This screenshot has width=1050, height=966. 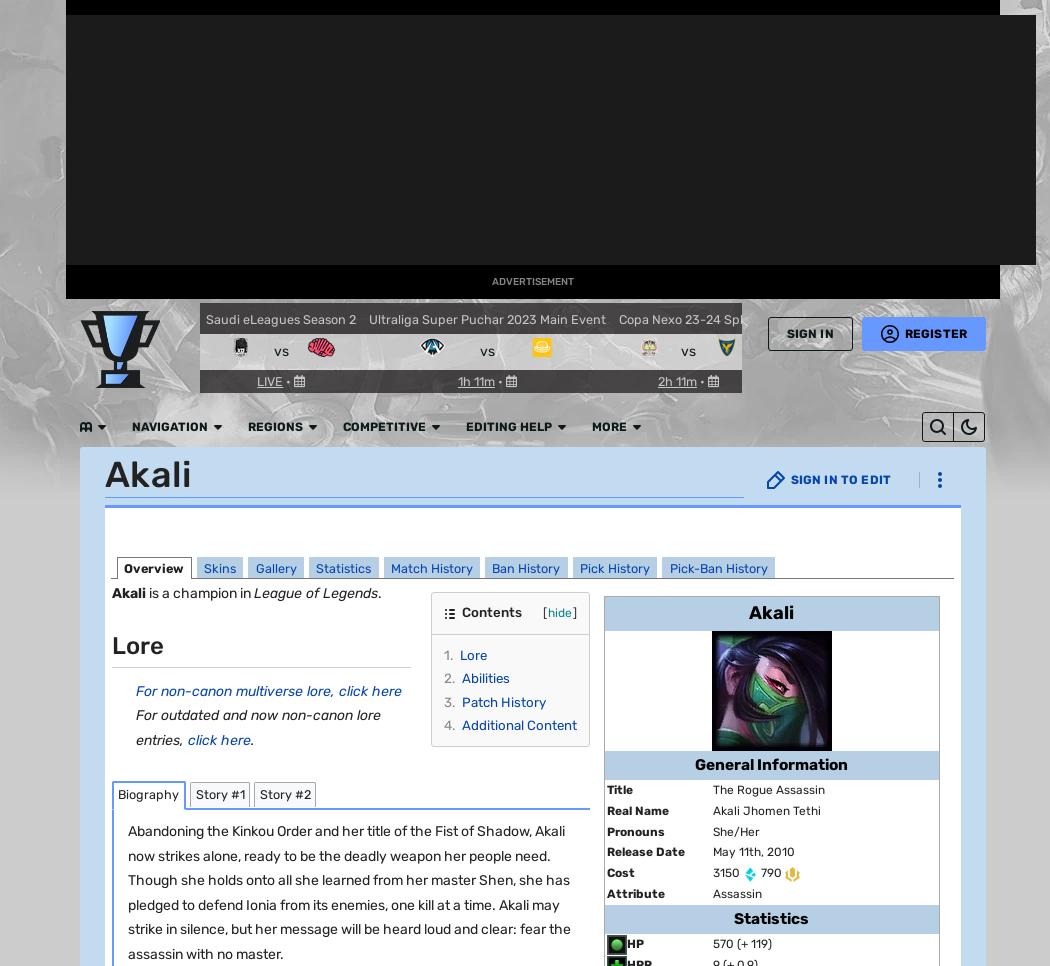 What do you see at coordinates (195, 621) in the screenshot?
I see `'Recent Images'` at bounding box center [195, 621].